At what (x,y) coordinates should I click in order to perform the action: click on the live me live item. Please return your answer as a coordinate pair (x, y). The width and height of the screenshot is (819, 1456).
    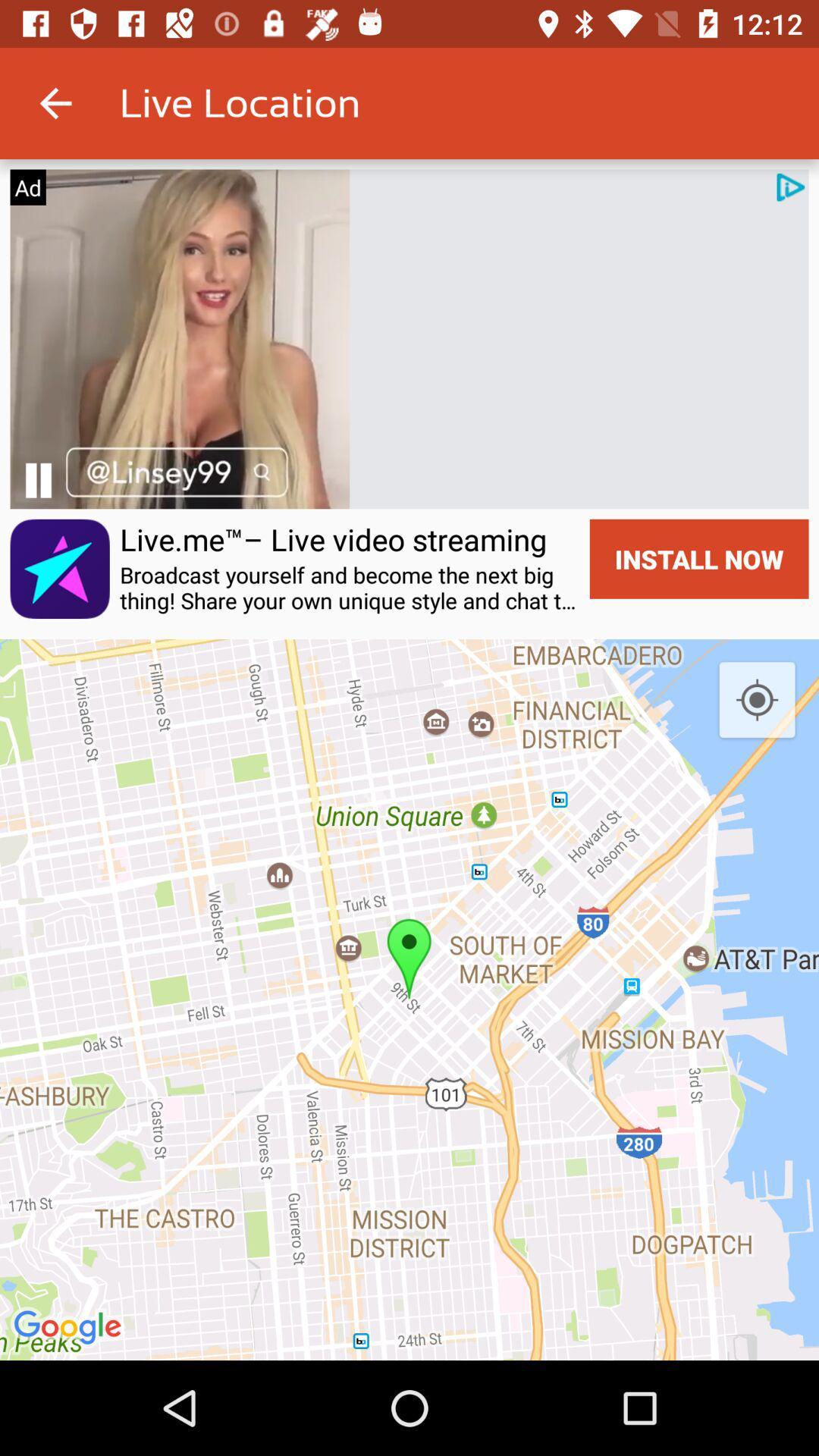
    Looking at the image, I should click on (332, 539).